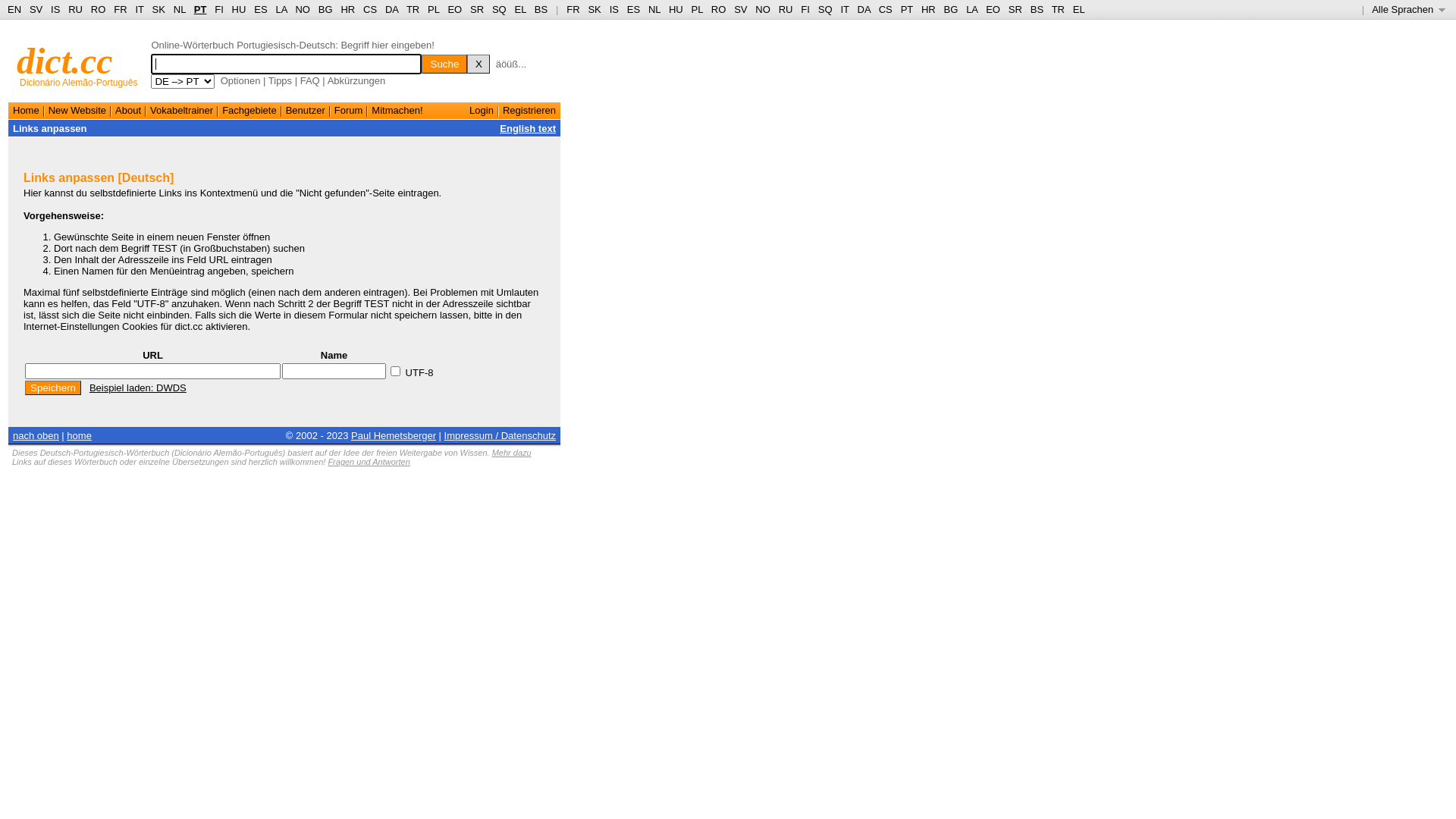 This screenshot has width=1456, height=819. Describe the element at coordinates (824, 9) in the screenshot. I see `'SQ'` at that location.